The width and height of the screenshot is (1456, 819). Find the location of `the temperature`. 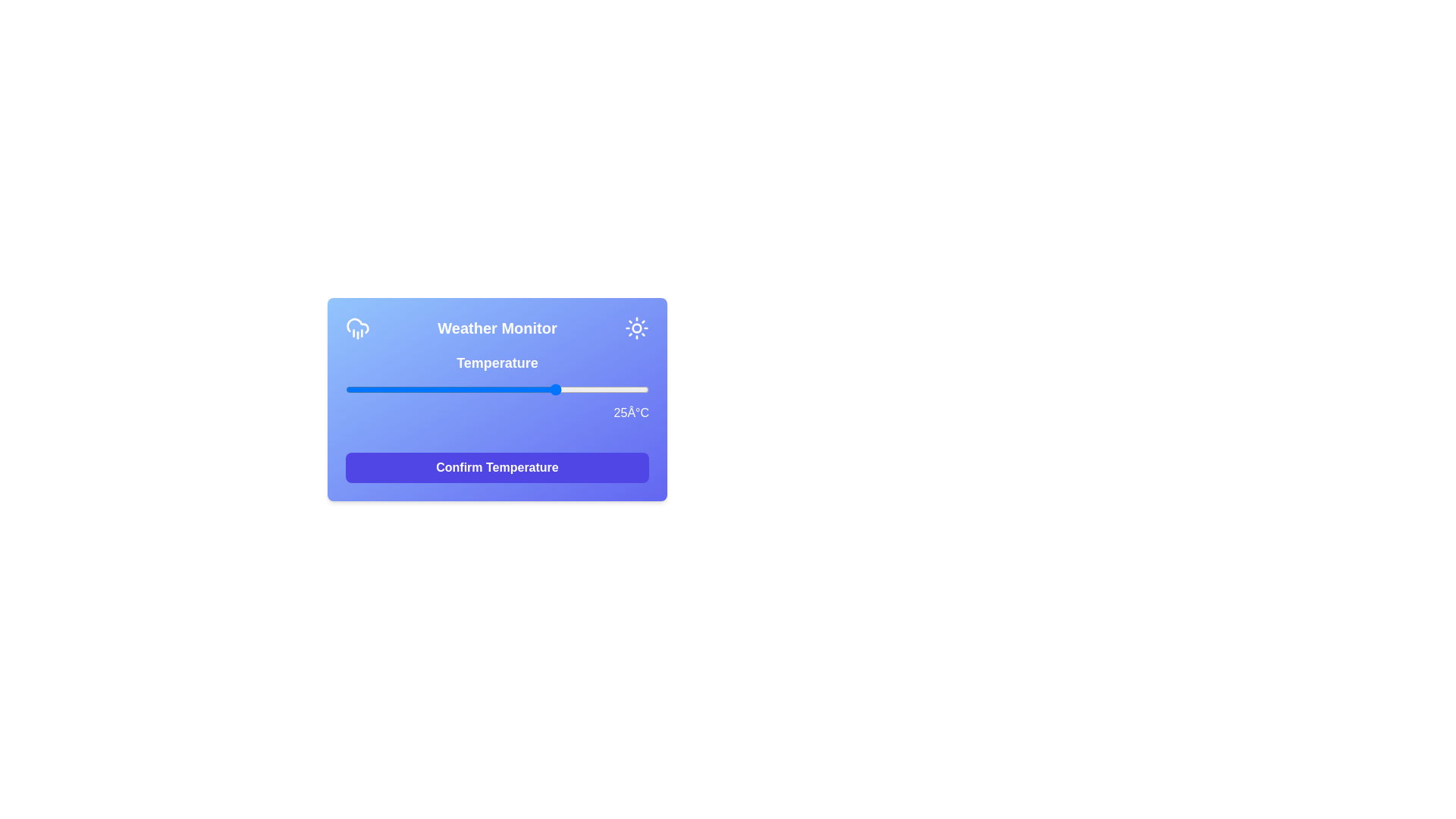

the temperature is located at coordinates (406, 388).